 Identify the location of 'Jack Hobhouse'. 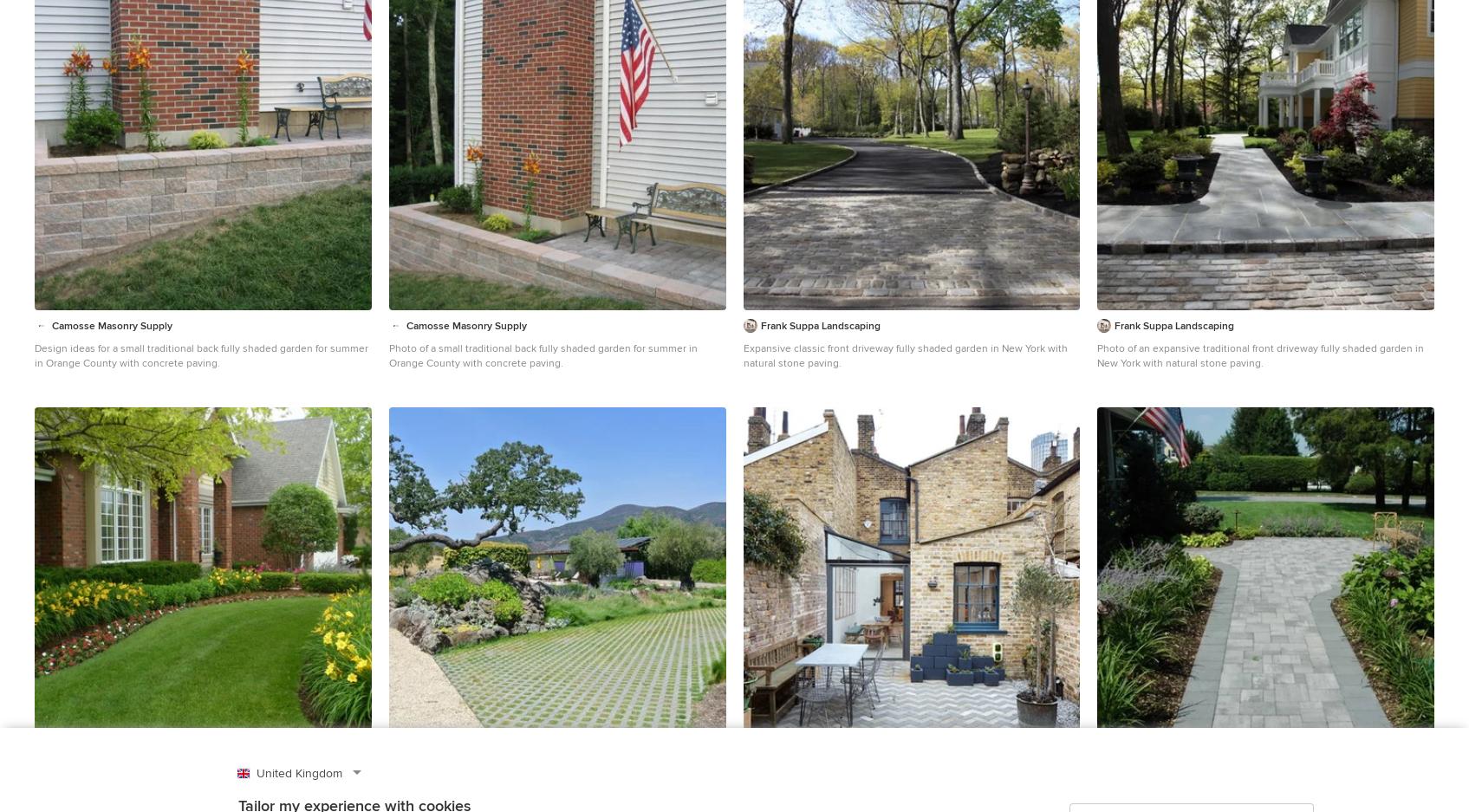
(741, 782).